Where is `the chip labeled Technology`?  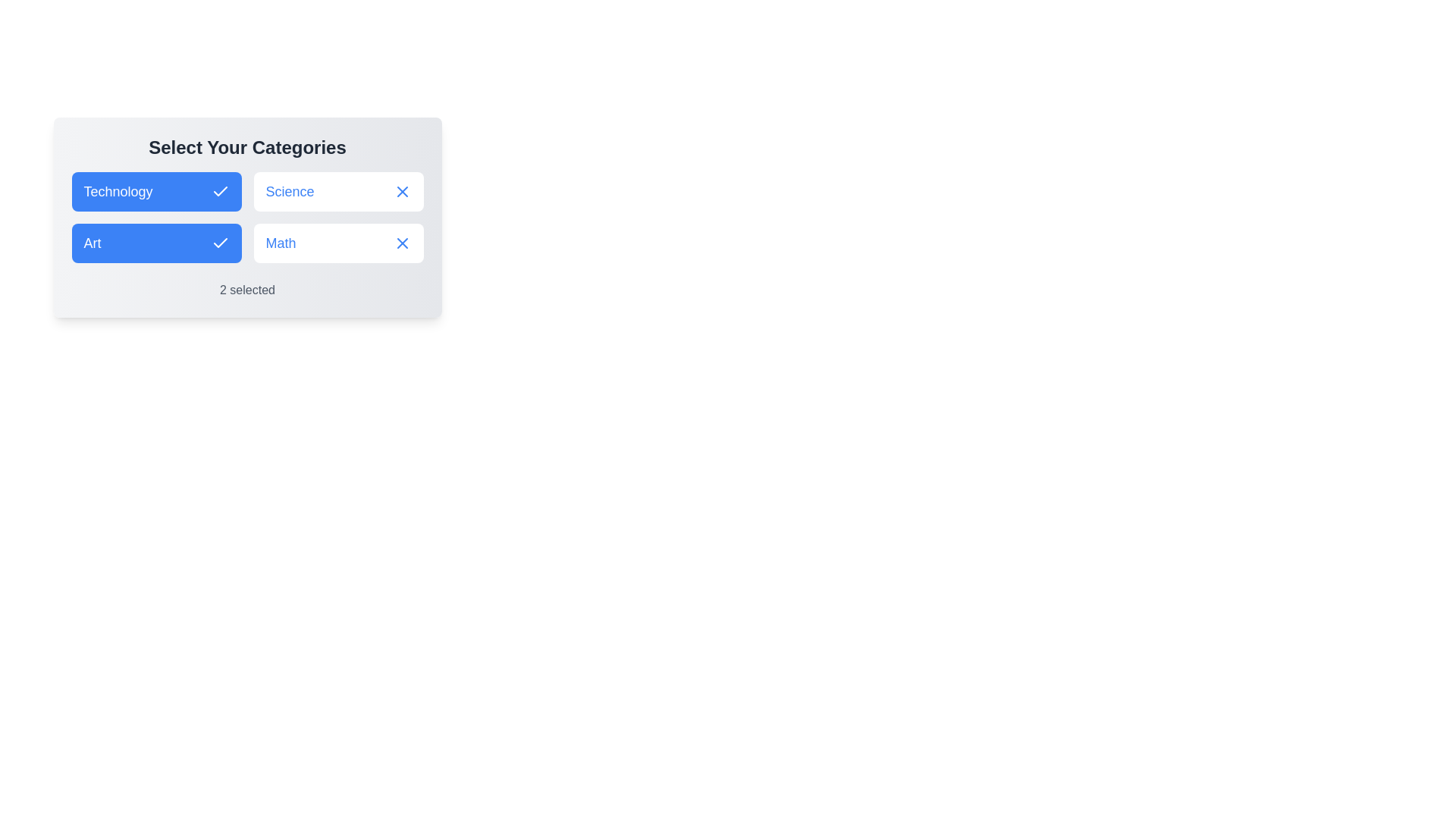
the chip labeled Technology is located at coordinates (156, 191).